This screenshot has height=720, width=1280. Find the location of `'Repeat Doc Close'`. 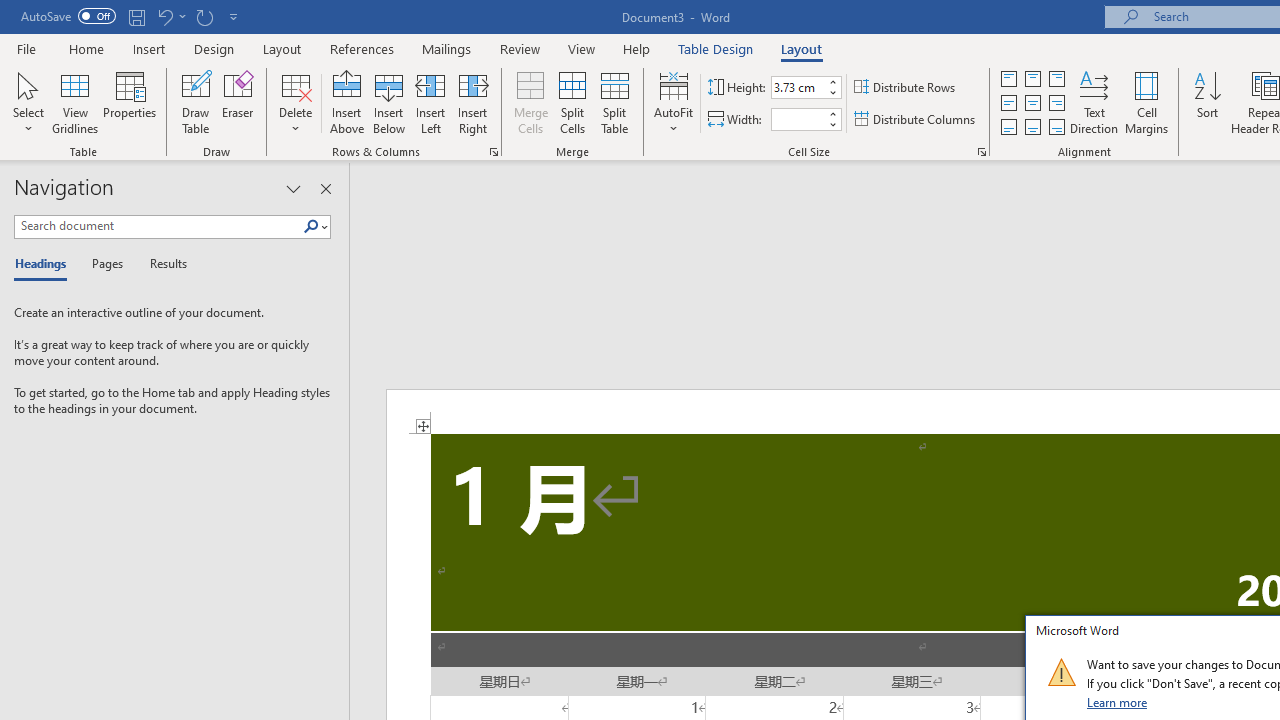

'Repeat Doc Close' is located at coordinates (204, 16).